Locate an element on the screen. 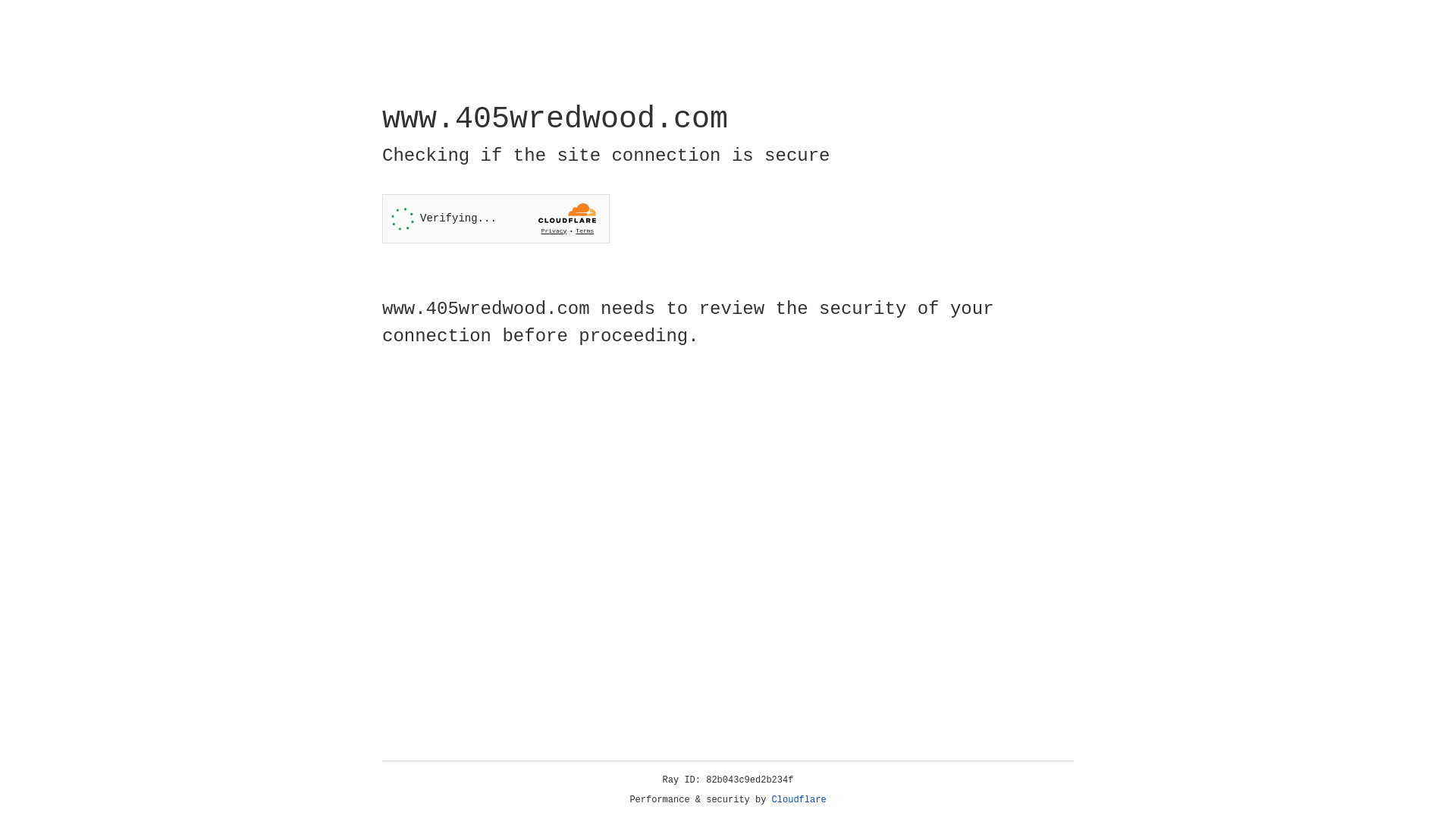 The width and height of the screenshot is (1456, 819). 'Cloudflare' is located at coordinates (799, 799).